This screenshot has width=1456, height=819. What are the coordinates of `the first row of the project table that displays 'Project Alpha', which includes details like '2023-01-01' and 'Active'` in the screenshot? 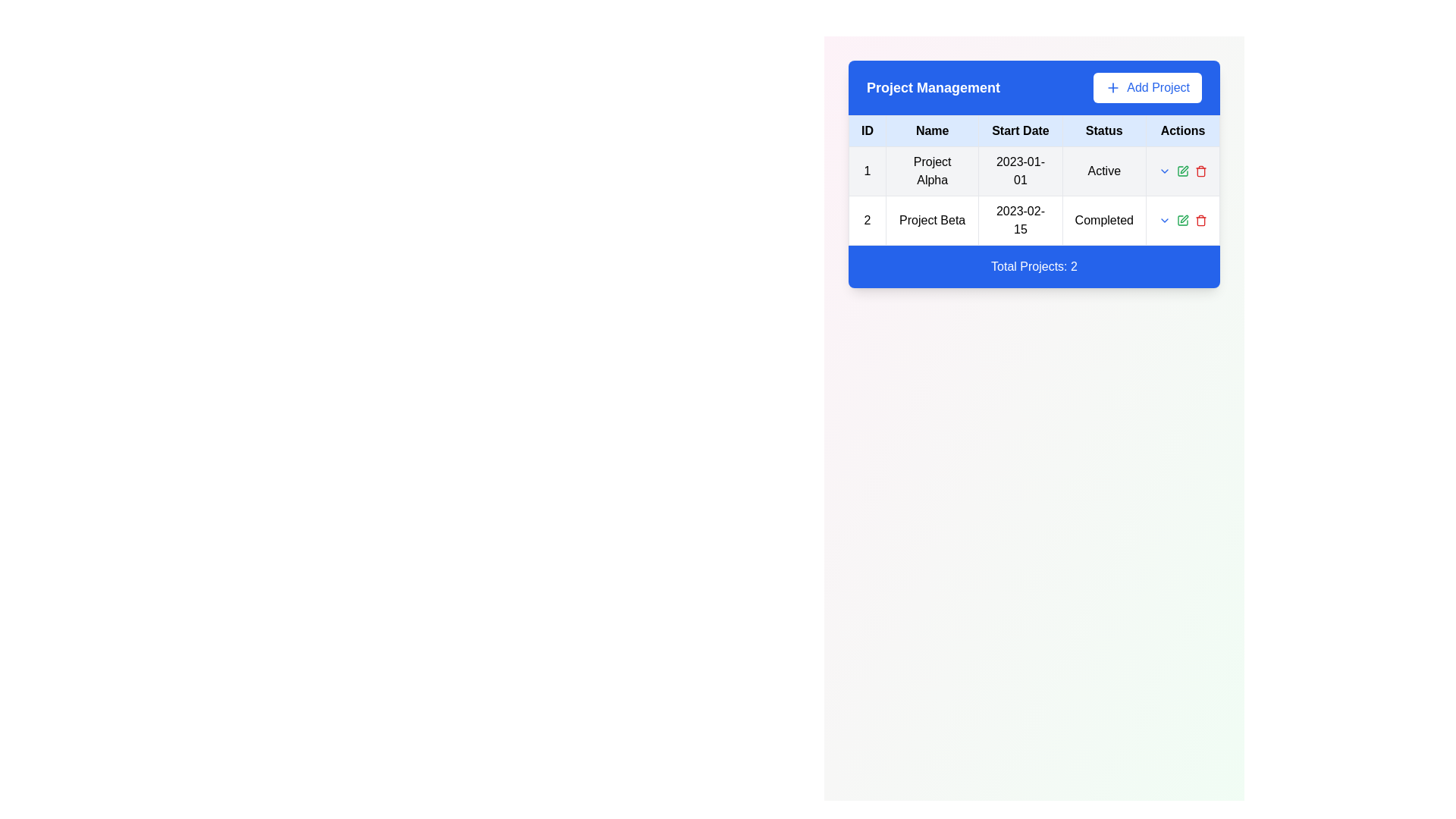 It's located at (1033, 195).